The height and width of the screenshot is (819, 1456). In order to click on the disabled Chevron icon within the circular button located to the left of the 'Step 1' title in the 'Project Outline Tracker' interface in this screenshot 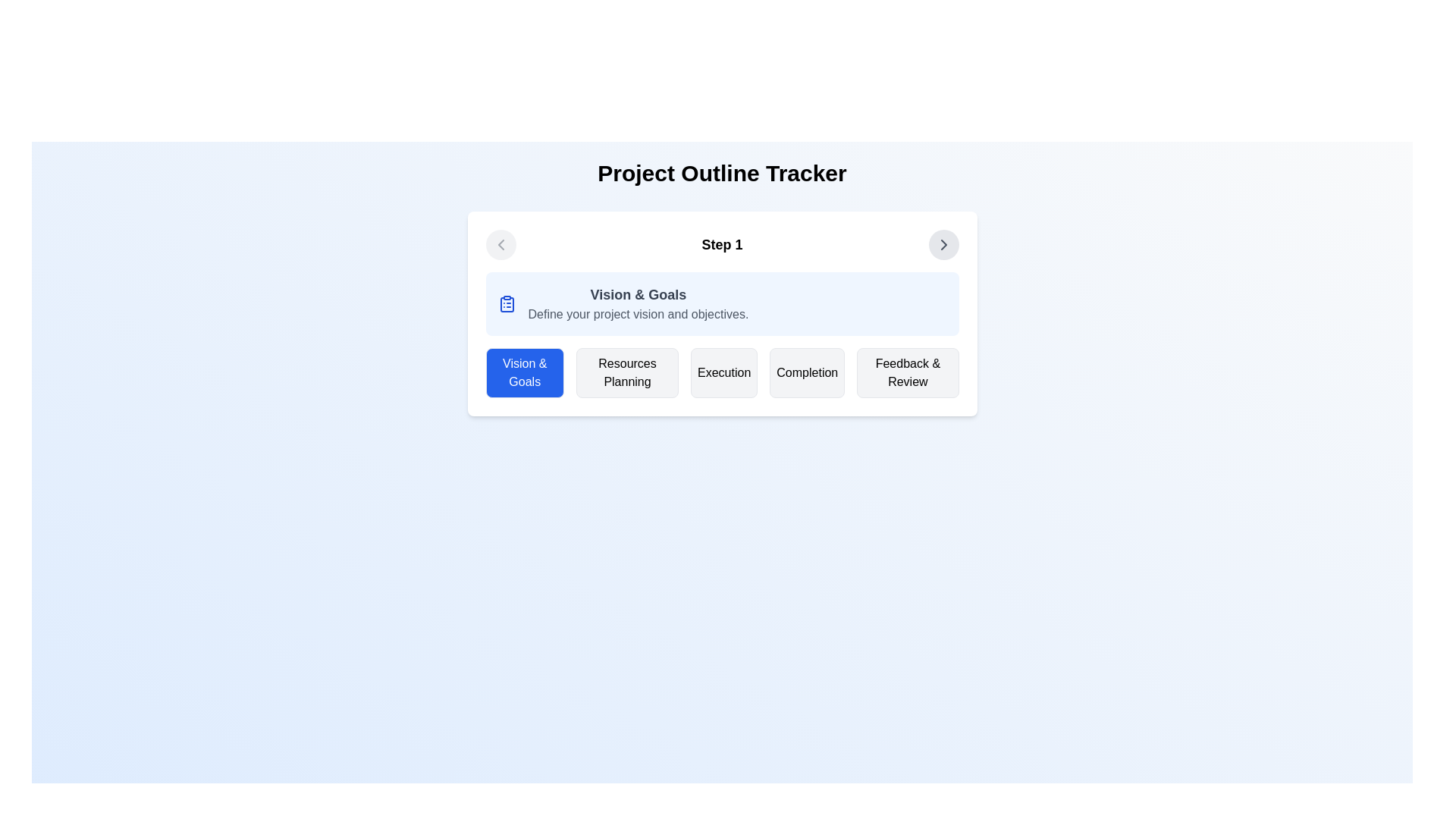, I will do `click(500, 244)`.